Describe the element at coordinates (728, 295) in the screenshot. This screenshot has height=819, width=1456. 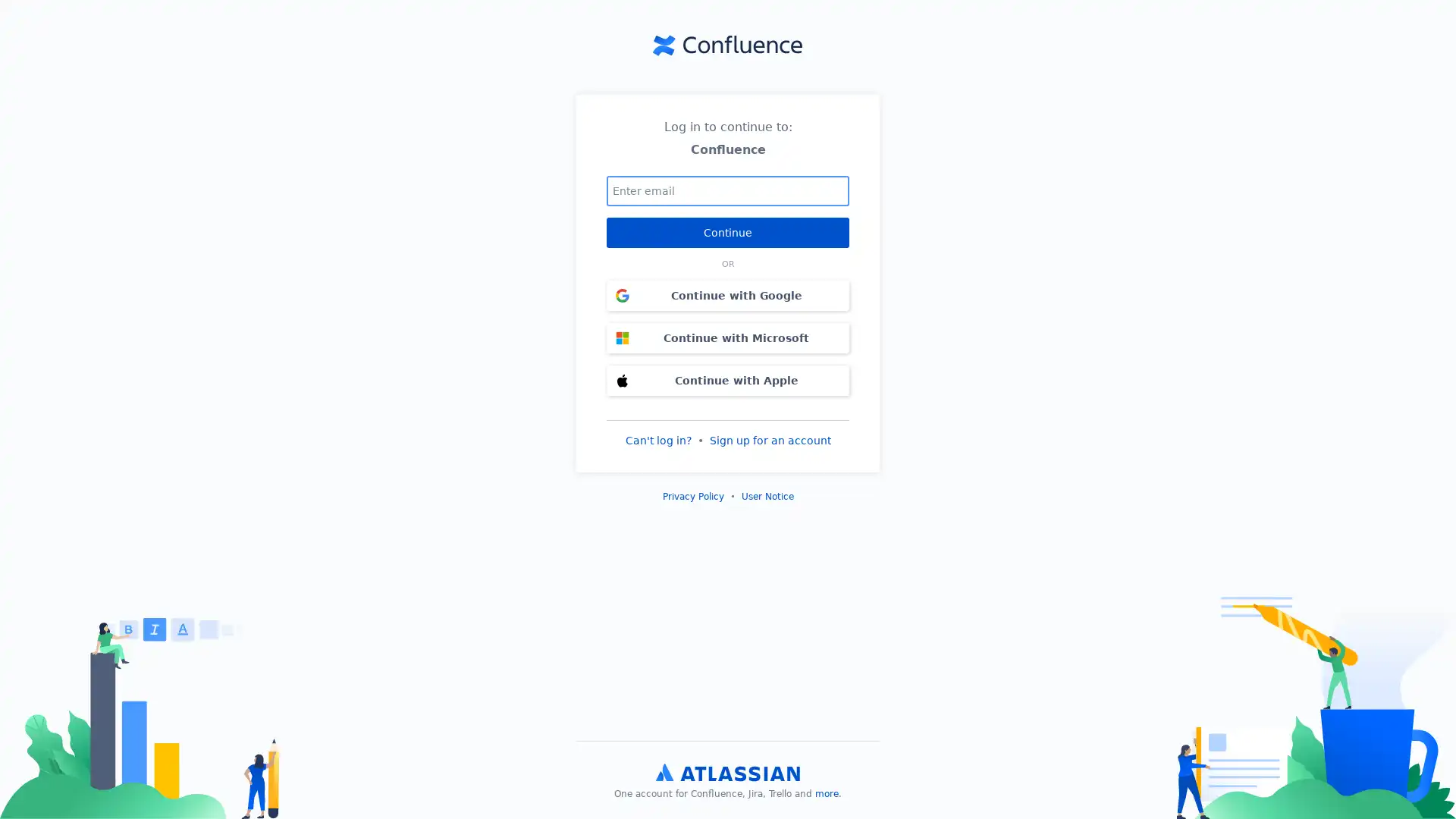
I see `Continue with Google` at that location.